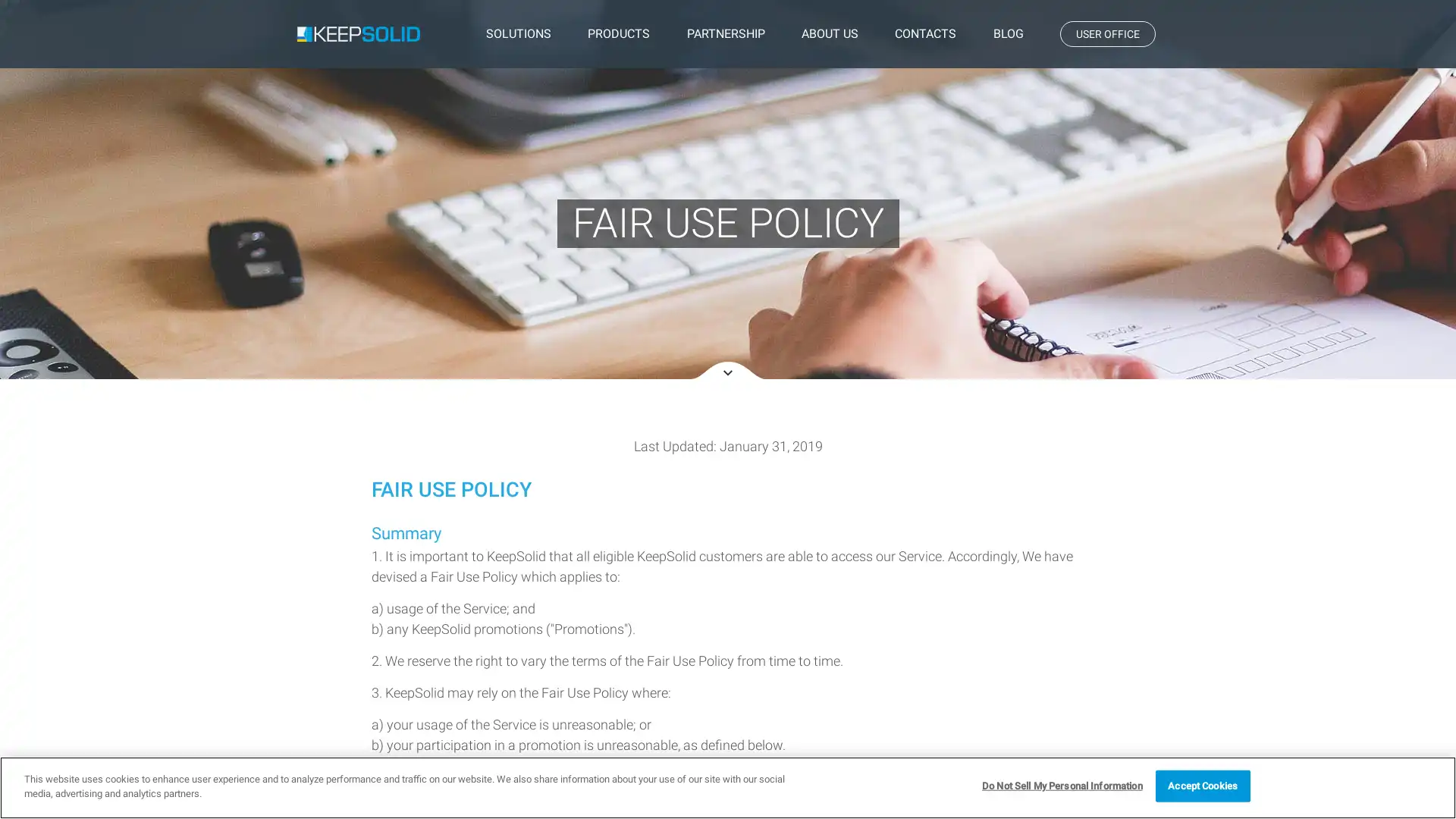 This screenshot has width=1456, height=819. I want to click on Do Not Sell My Personal Information, so click(1061, 785).